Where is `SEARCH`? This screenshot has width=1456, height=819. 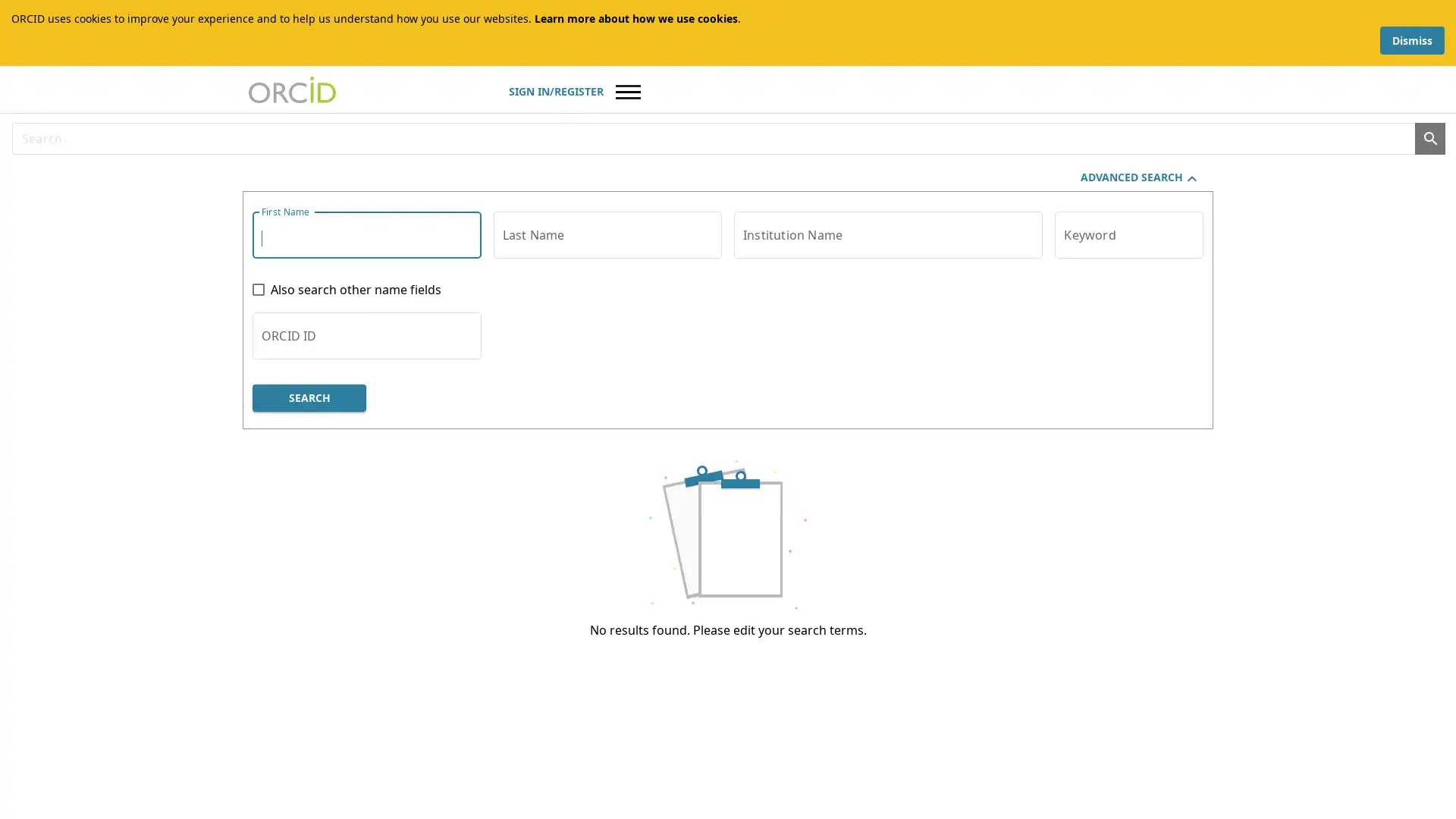 SEARCH is located at coordinates (323, 472).